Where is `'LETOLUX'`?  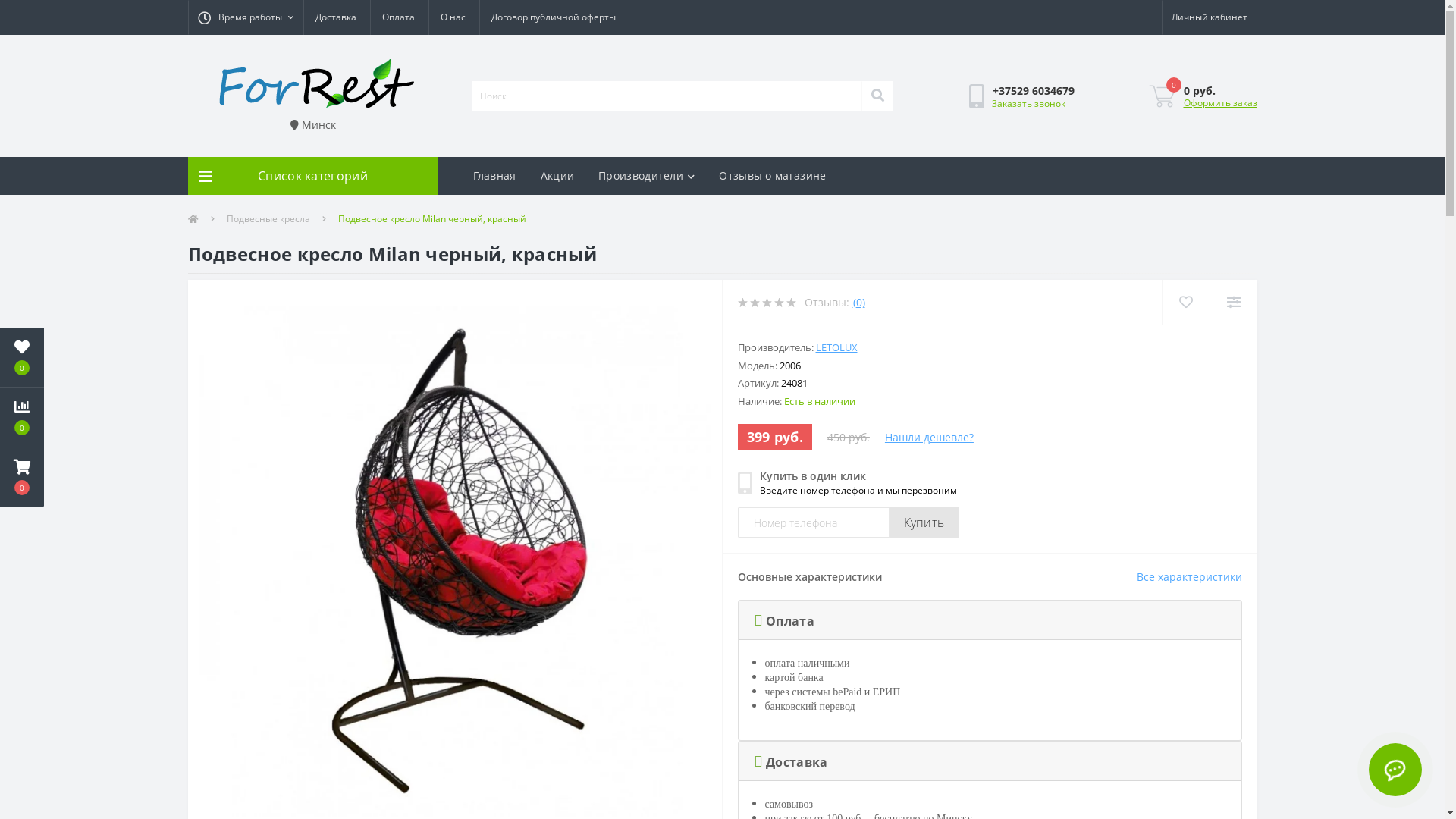 'LETOLUX' is located at coordinates (814, 347).